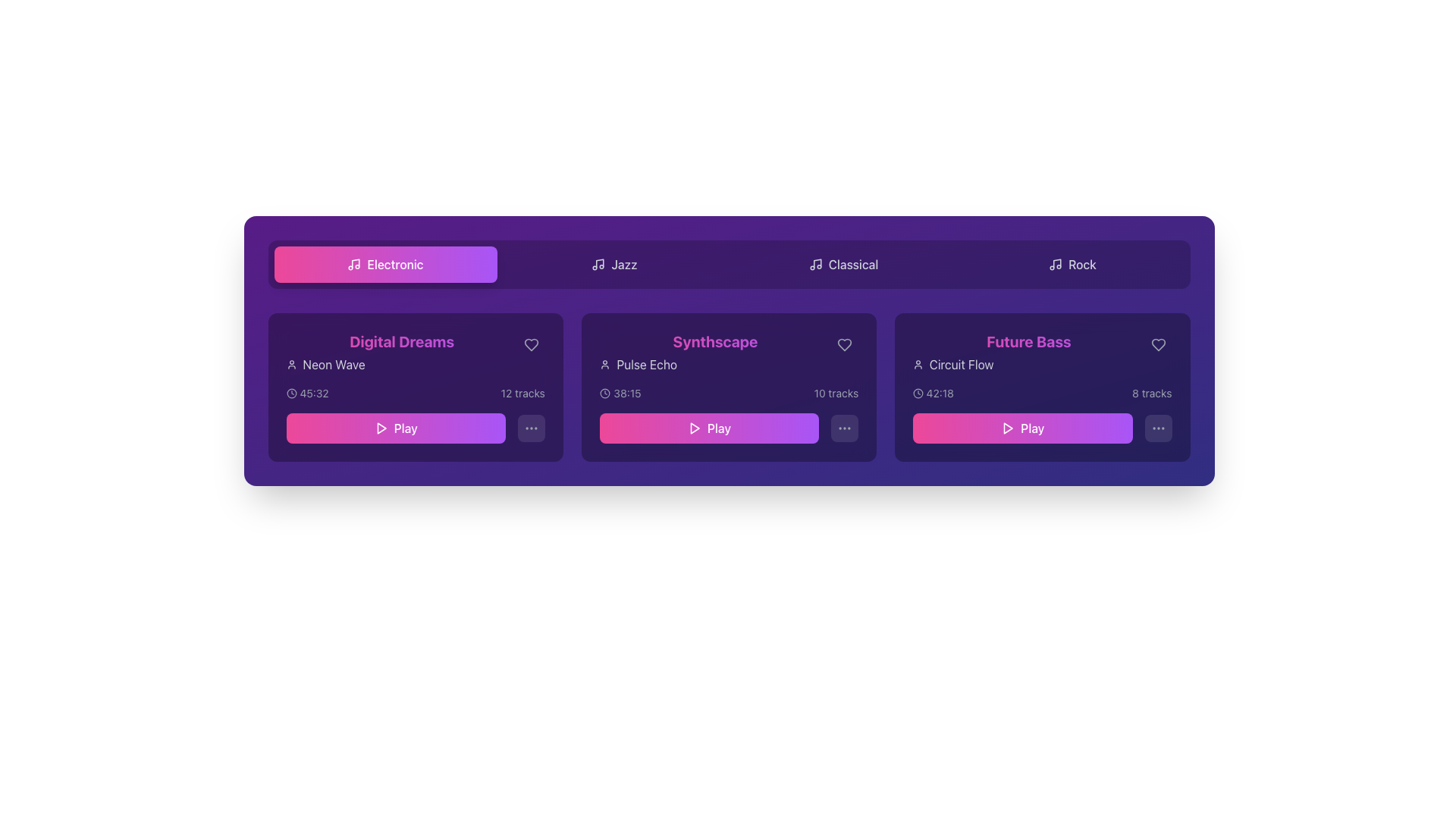 The height and width of the screenshot is (819, 1456). What do you see at coordinates (1031, 428) in the screenshot?
I see `the text label within the button on the third card labeled 'Future Bass', which is styled with a pink-to-purple gradient` at bounding box center [1031, 428].